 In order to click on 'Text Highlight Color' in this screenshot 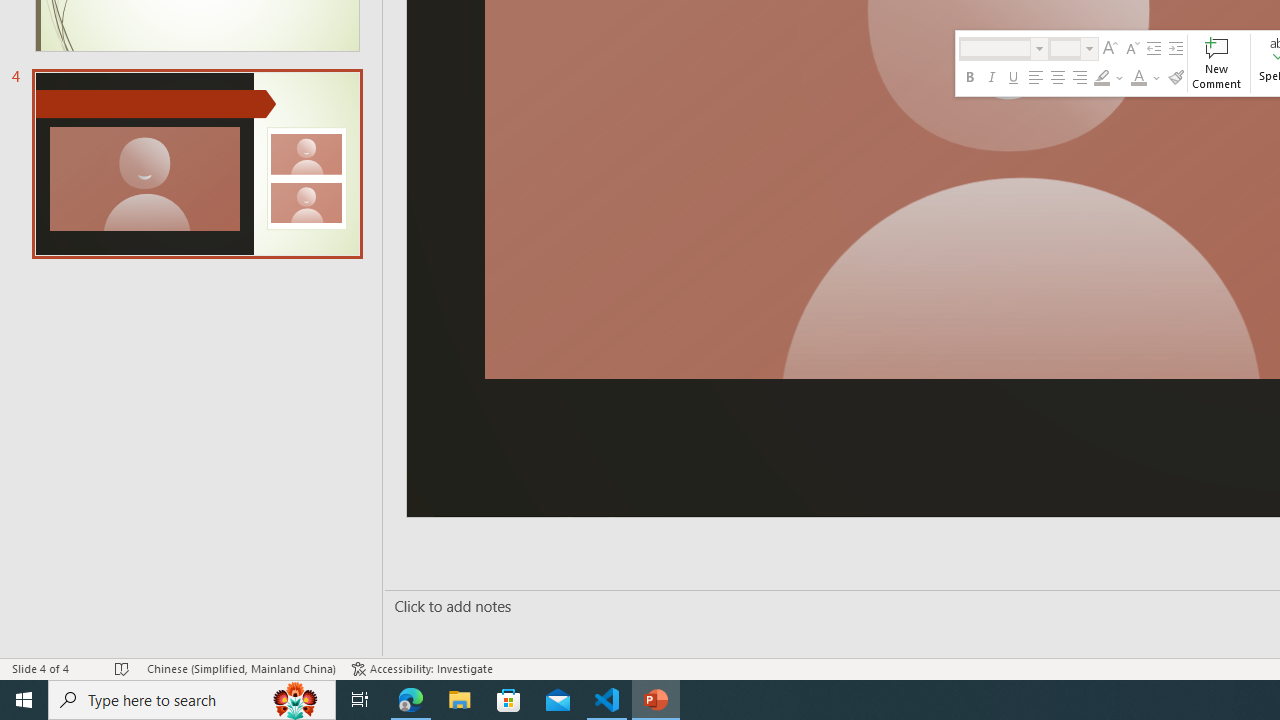, I will do `click(1108, 77)`.